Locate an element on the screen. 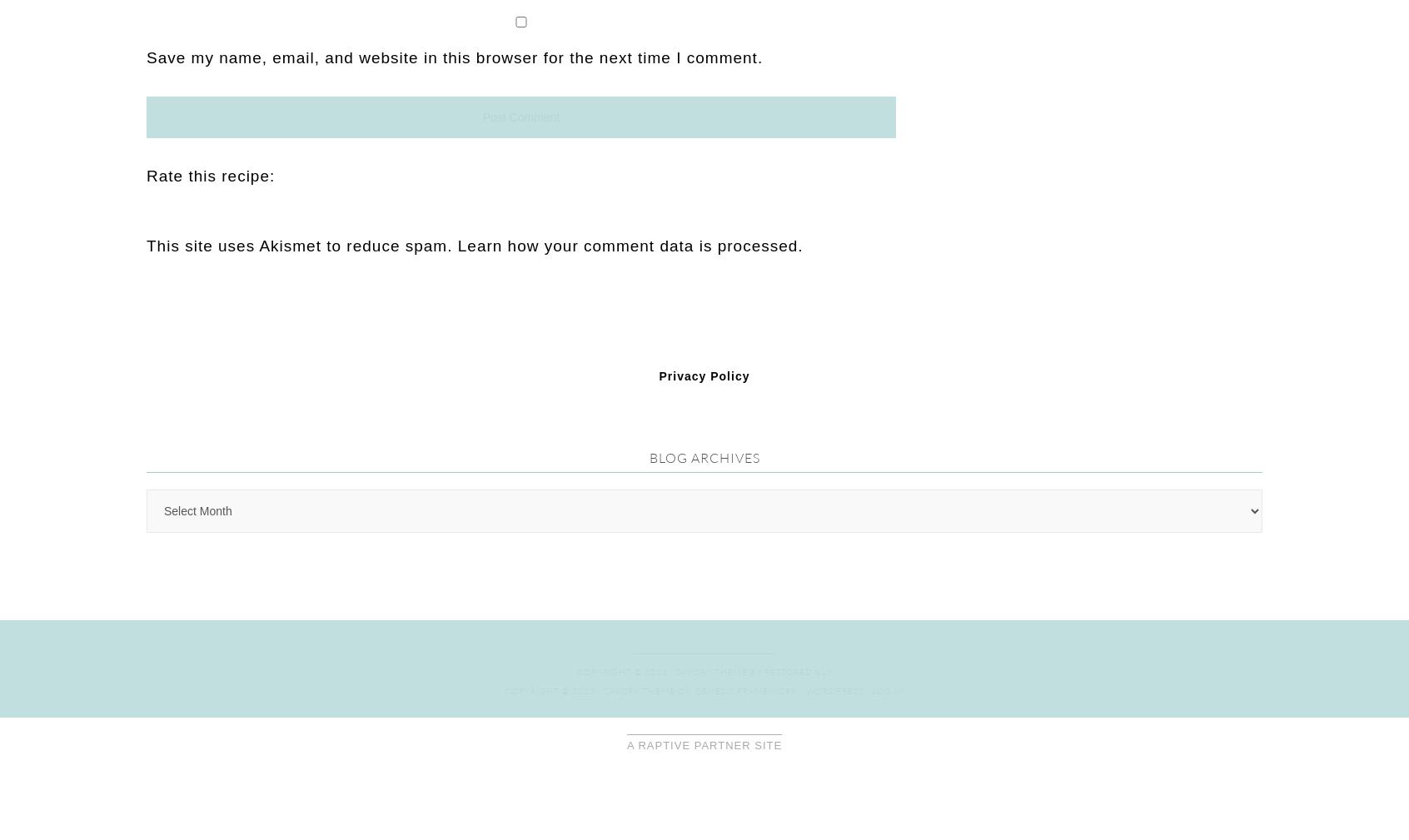 This screenshot has height=840, width=1409. 'Genesis Framework' is located at coordinates (695, 318).